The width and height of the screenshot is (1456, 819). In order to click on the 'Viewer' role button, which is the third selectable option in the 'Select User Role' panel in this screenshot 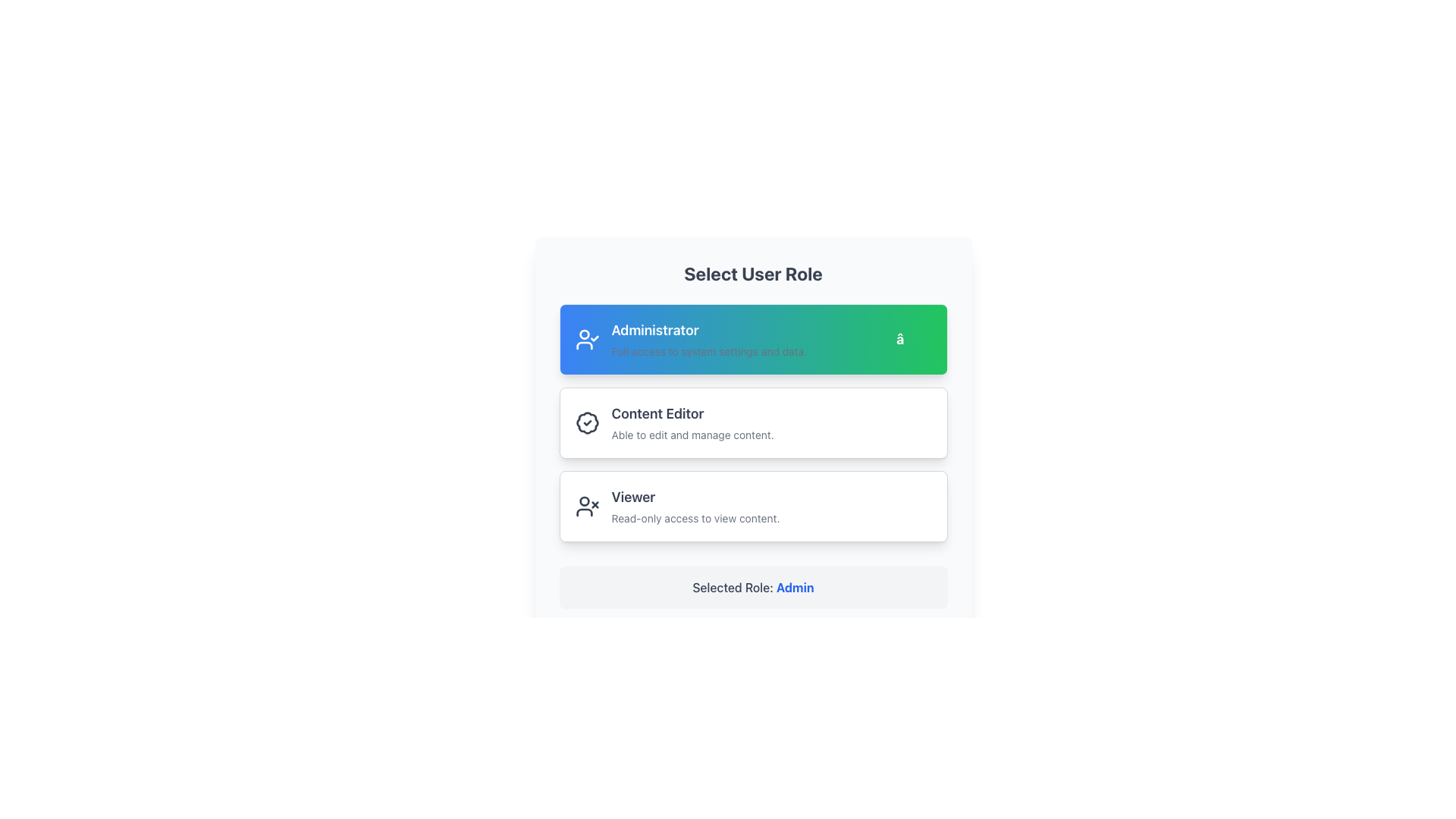, I will do `click(753, 506)`.